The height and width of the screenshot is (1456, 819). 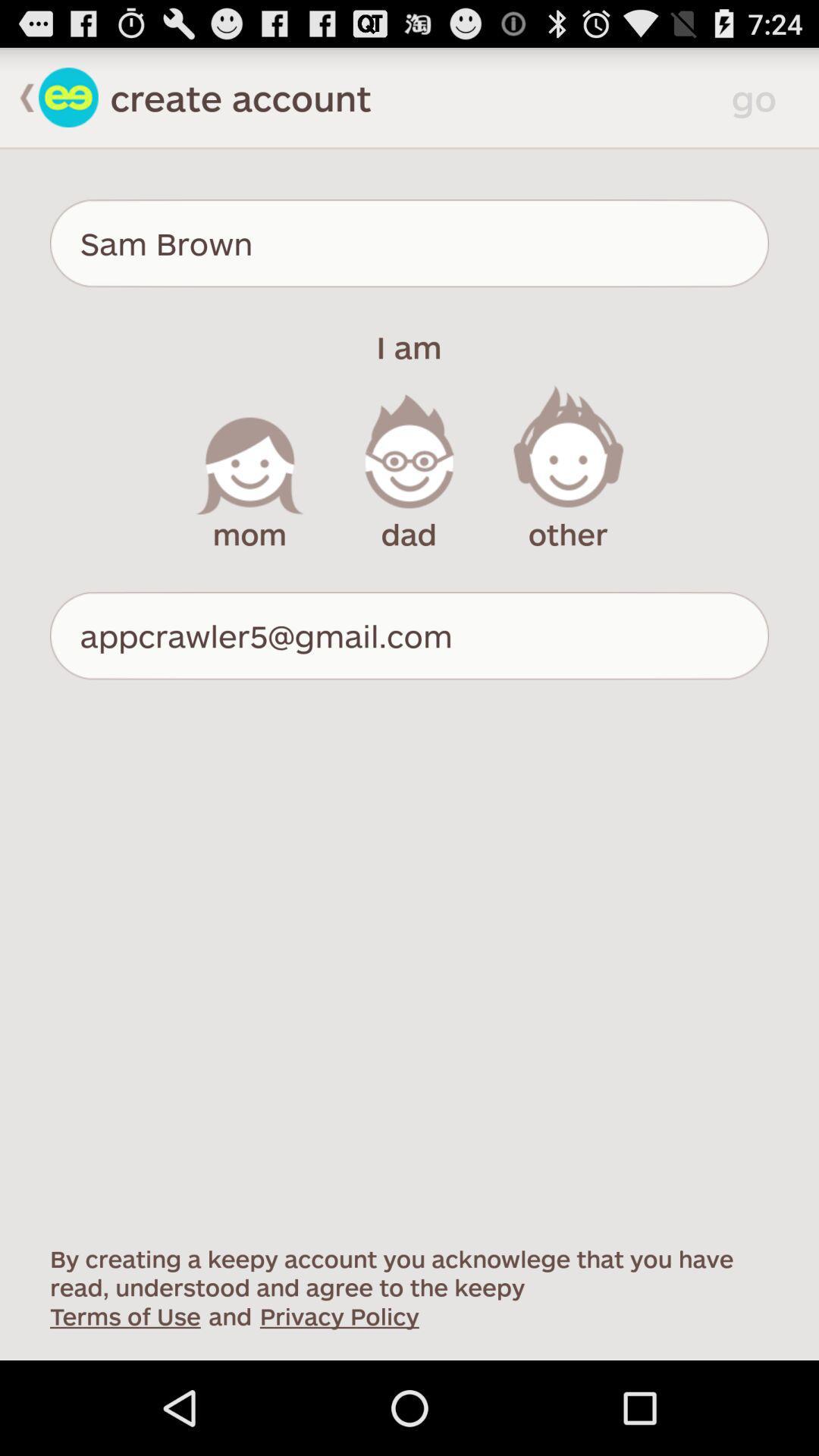 I want to click on the text terms of use, so click(x=124, y=1314).